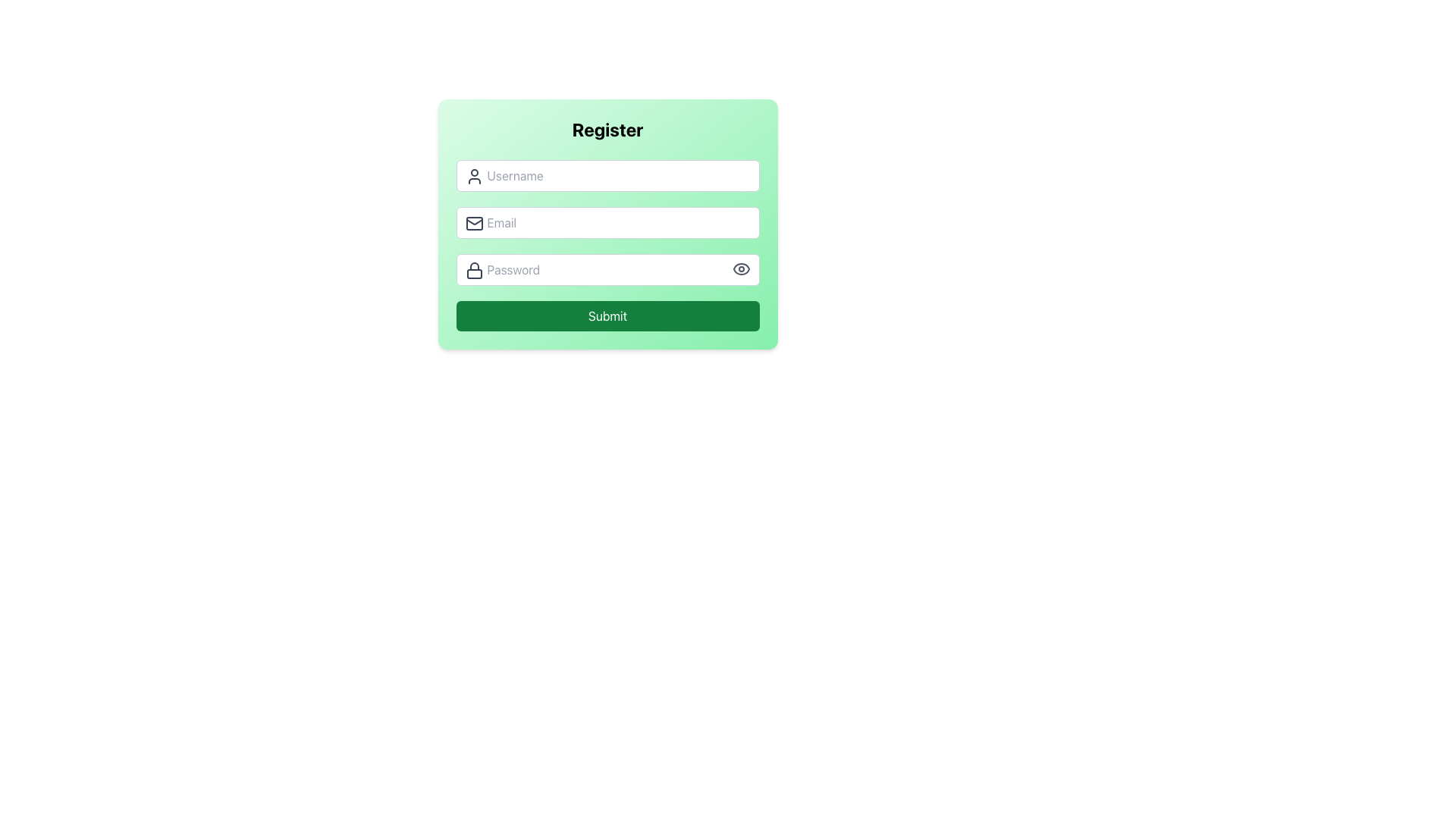 The image size is (1456, 819). Describe the element at coordinates (473, 175) in the screenshot. I see `the icon that signifies the purpose of the adjoining input field for entering a username, located at the left end of the 'Username' text input field in the registration form` at that location.